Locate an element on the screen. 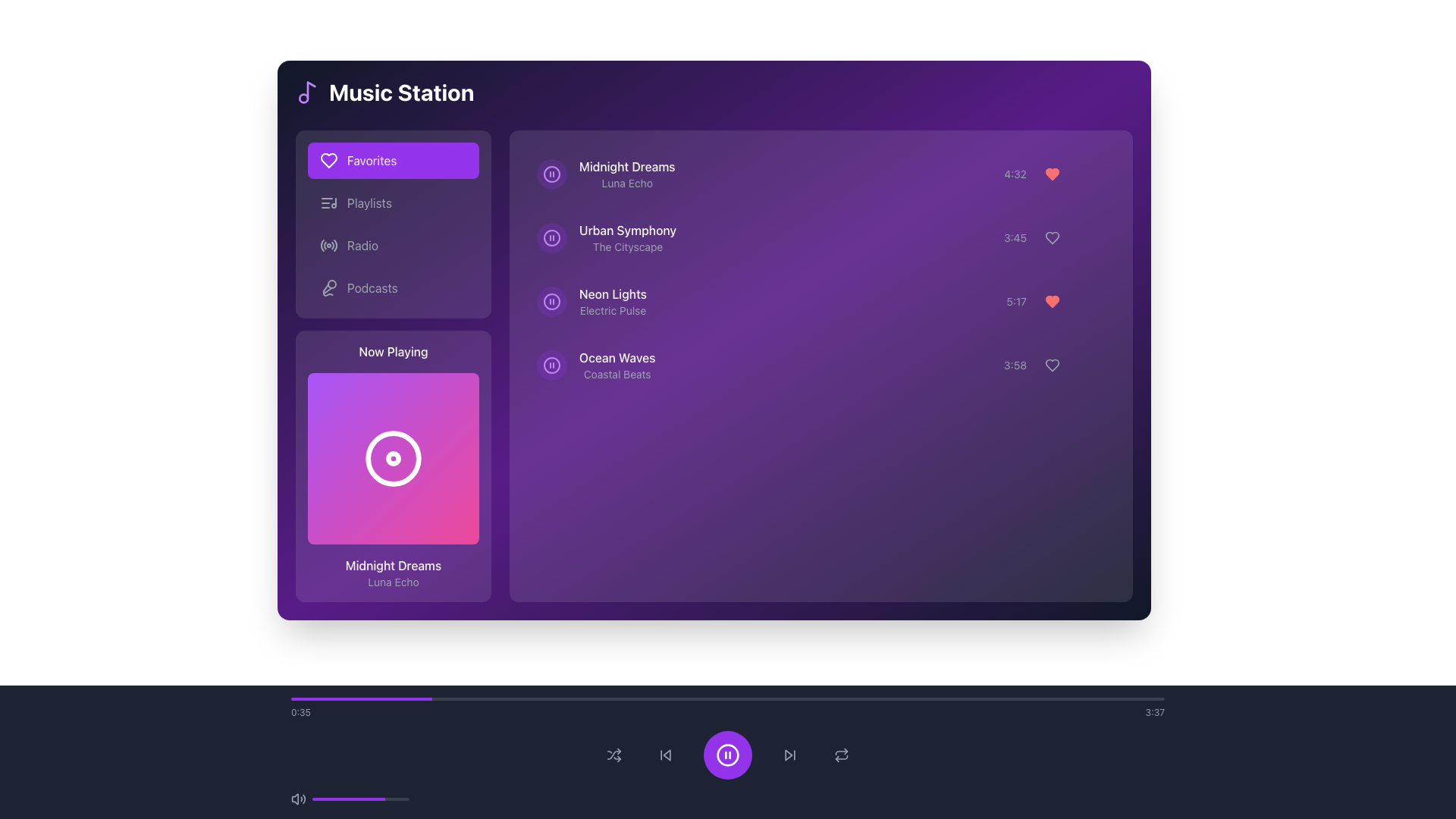 The image size is (1456, 819). the 'Now Playing' text label, which is styled in white font against a purple background, located in the upper section of the sidebar directly above a graphical square element is located at coordinates (393, 351).